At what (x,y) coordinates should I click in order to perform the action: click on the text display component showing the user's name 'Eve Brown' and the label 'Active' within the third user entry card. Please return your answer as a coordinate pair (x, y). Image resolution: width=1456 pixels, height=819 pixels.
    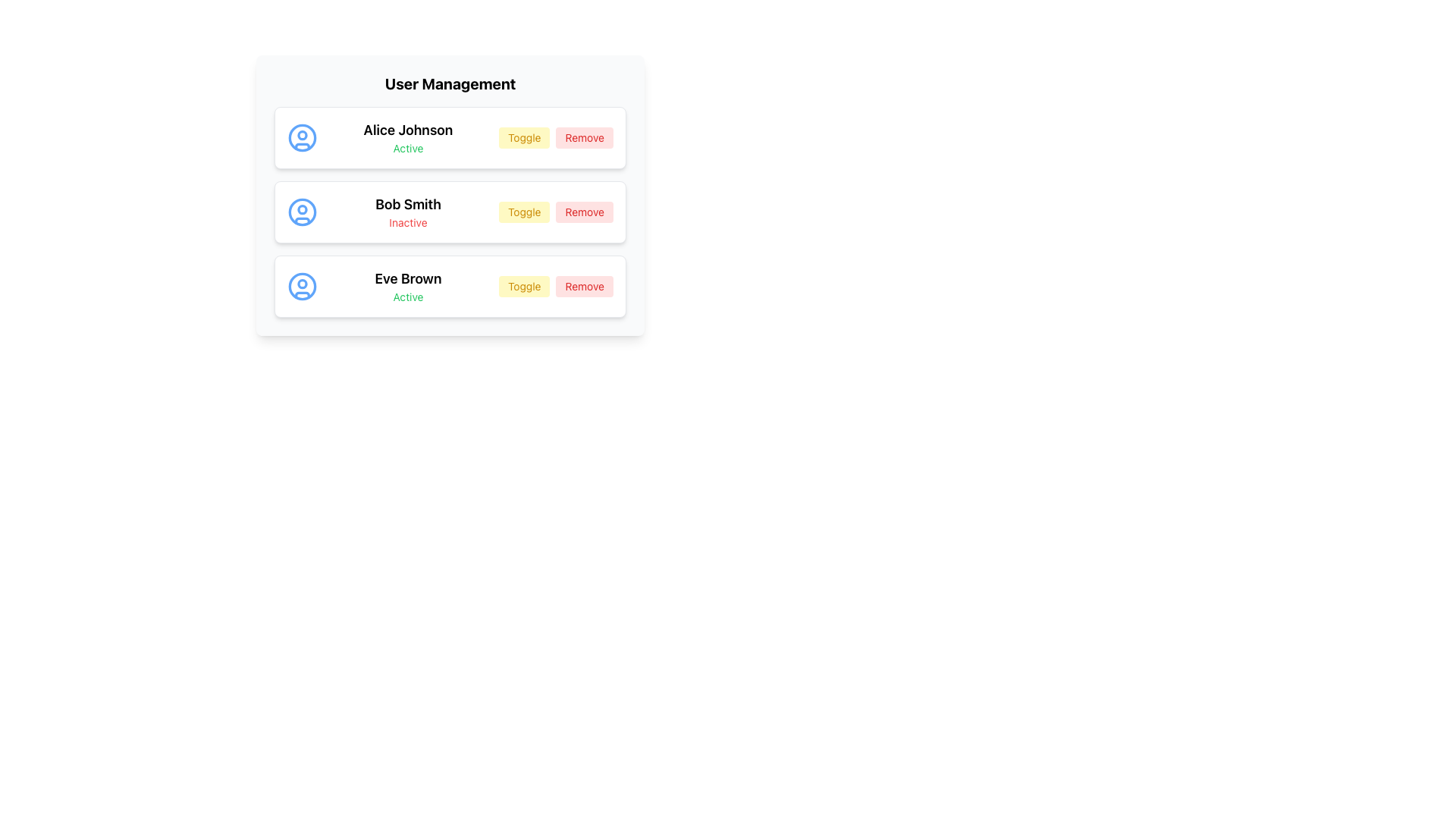
    Looking at the image, I should click on (408, 287).